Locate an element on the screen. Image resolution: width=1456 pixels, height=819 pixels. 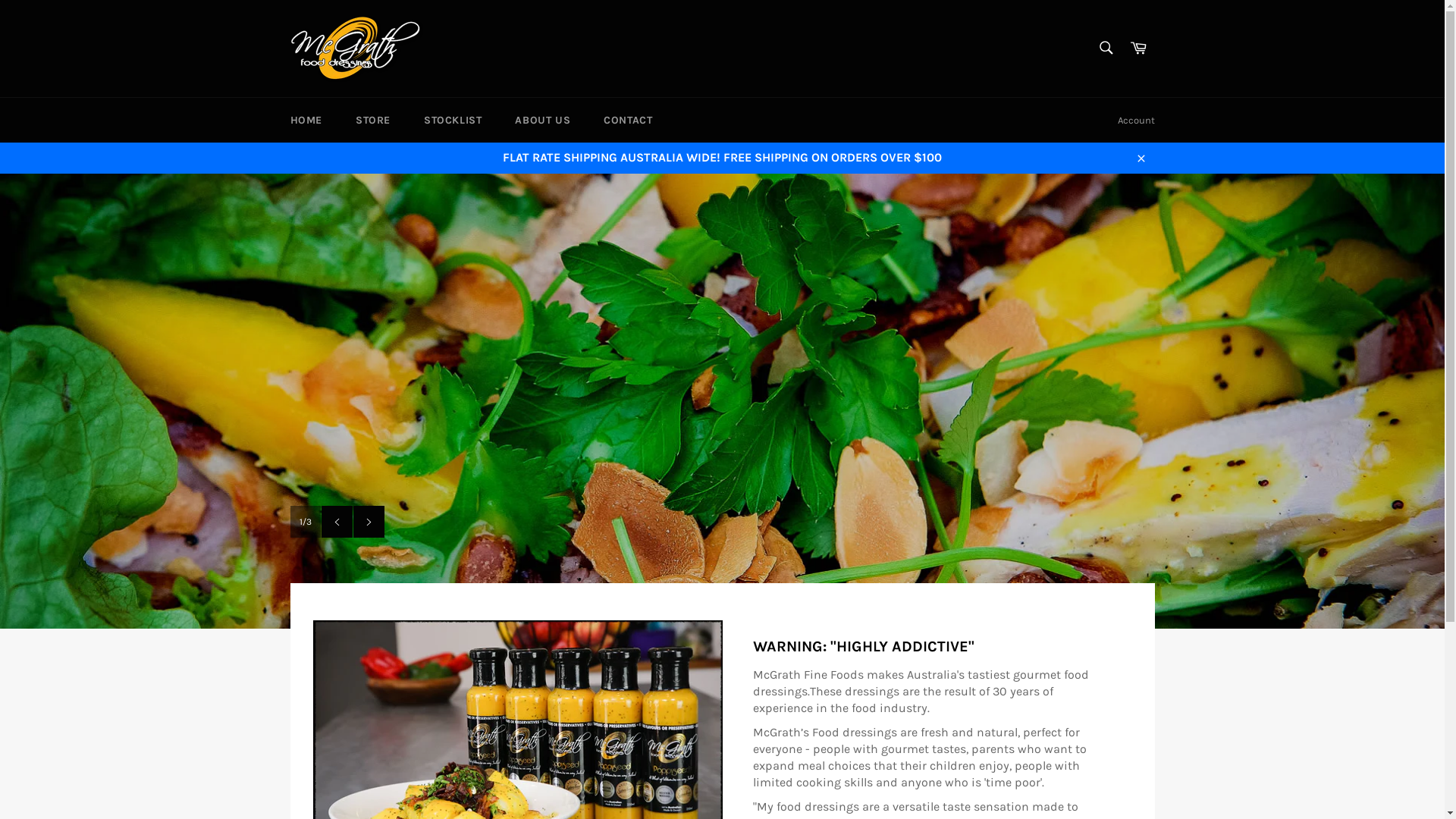
'Previous slide' is located at coordinates (336, 520).